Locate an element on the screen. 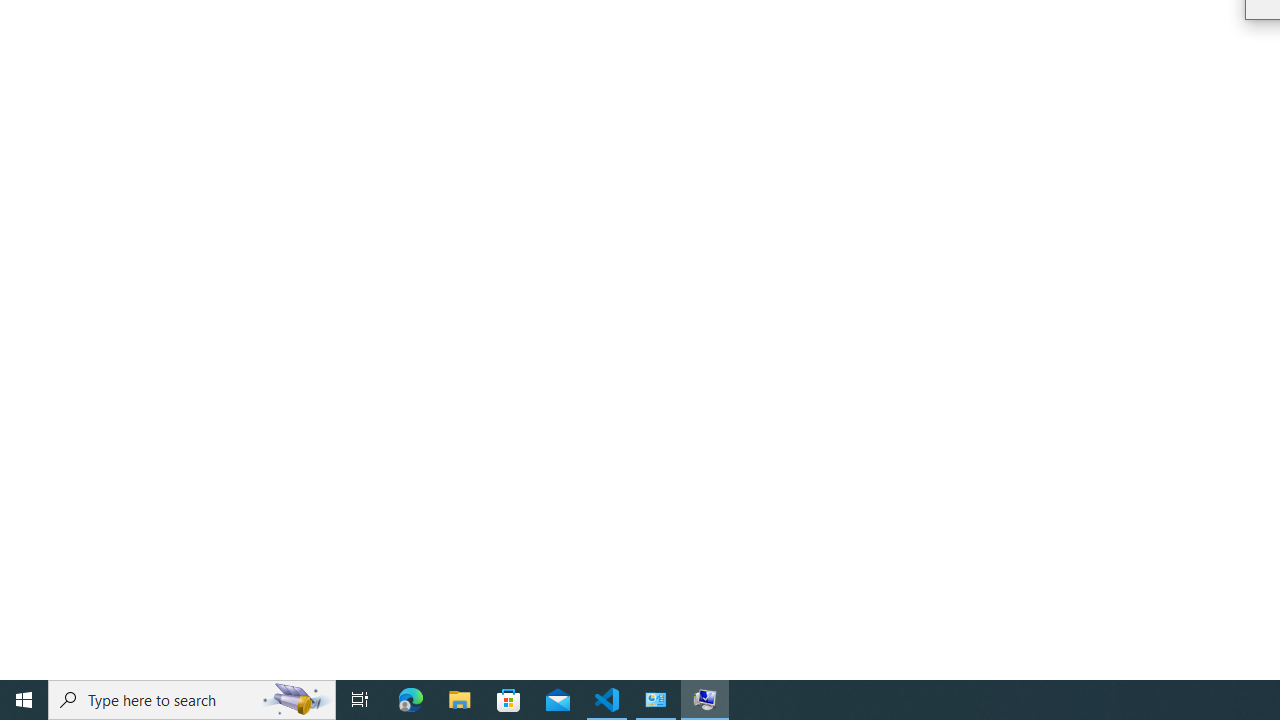 The image size is (1280, 720). 'Control Panel - 1 running window' is located at coordinates (656, 698).